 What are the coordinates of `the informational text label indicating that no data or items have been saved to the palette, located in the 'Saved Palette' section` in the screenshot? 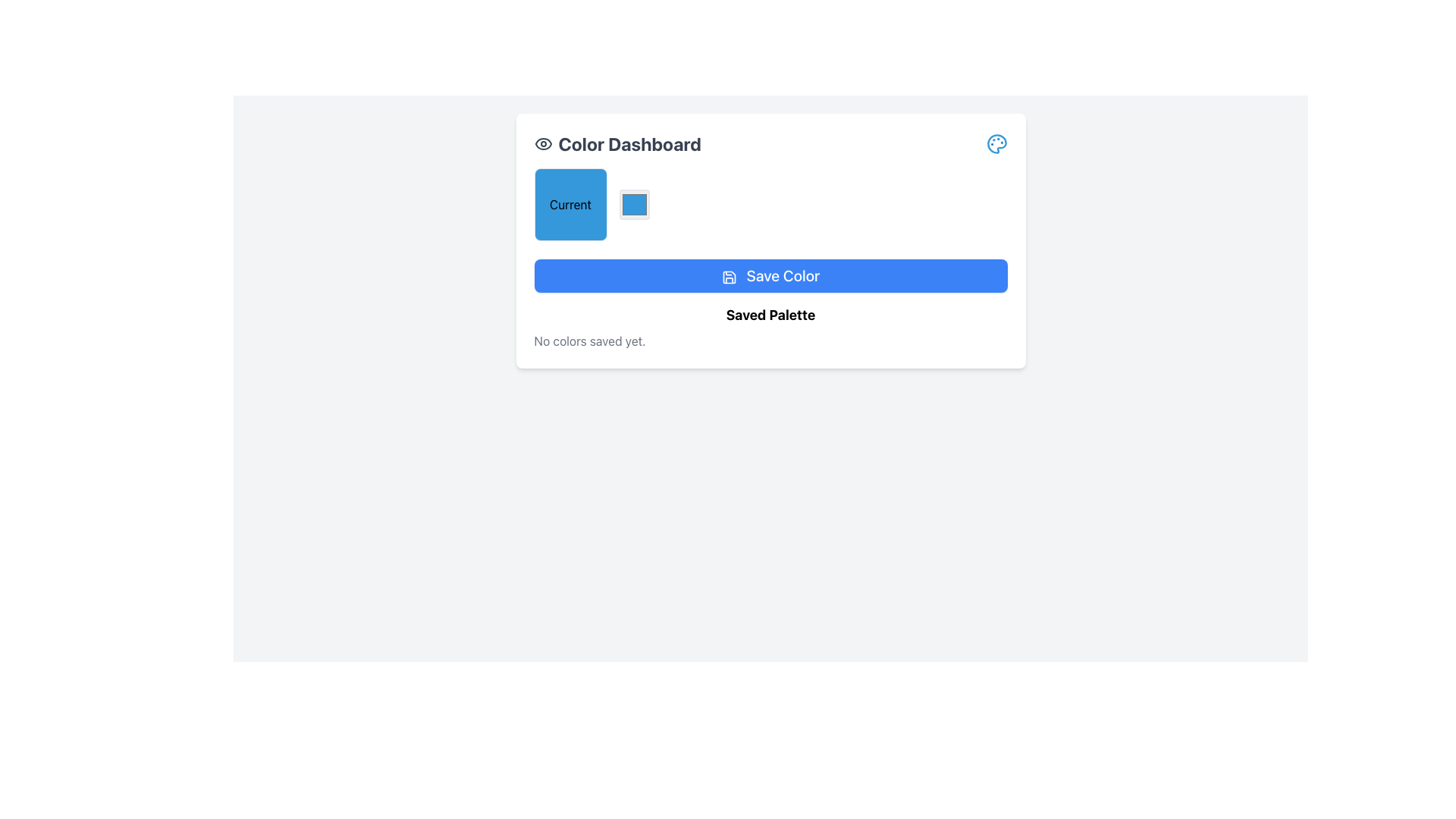 It's located at (588, 341).